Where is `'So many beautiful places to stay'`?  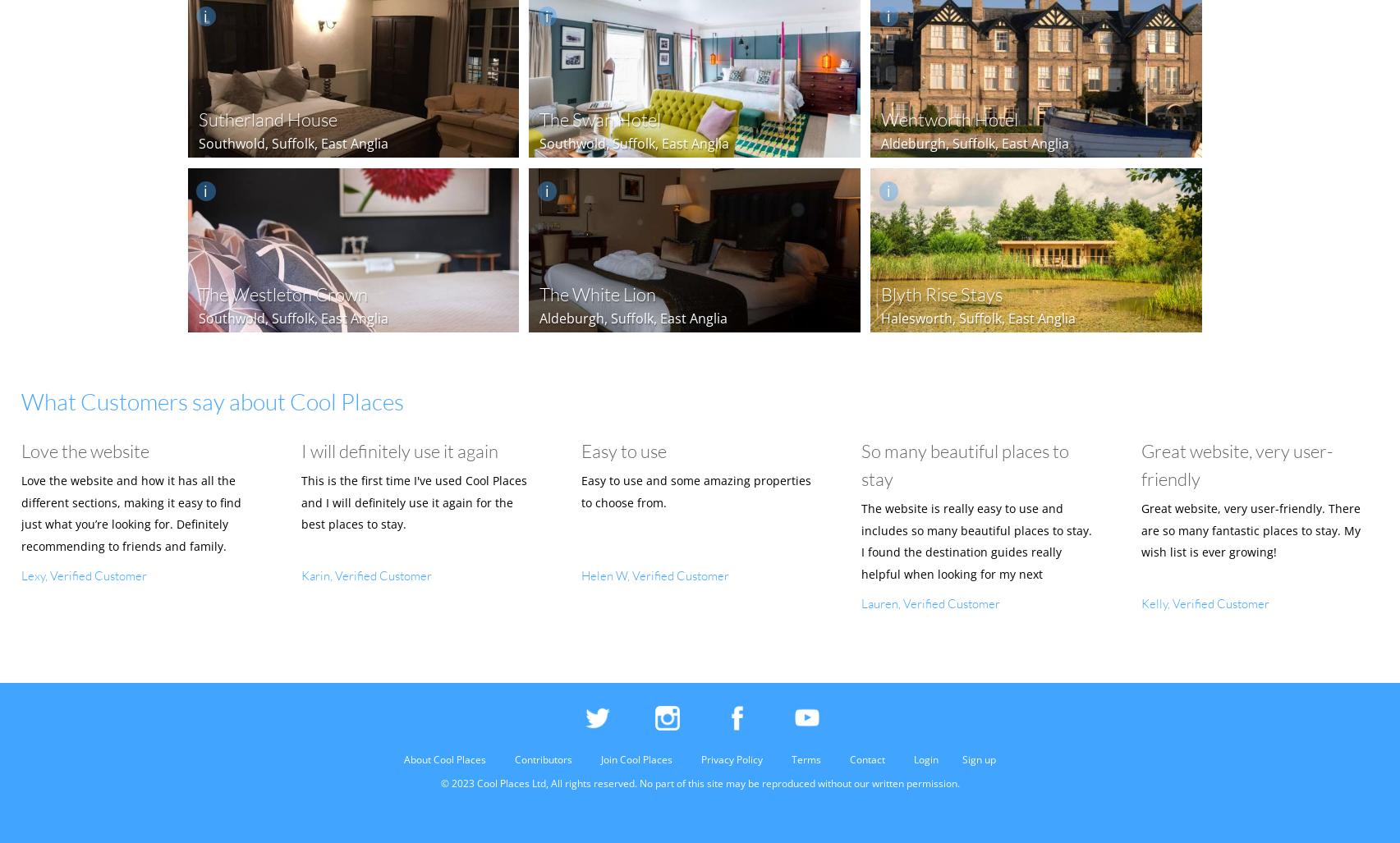
'So many beautiful places to stay' is located at coordinates (965, 463).